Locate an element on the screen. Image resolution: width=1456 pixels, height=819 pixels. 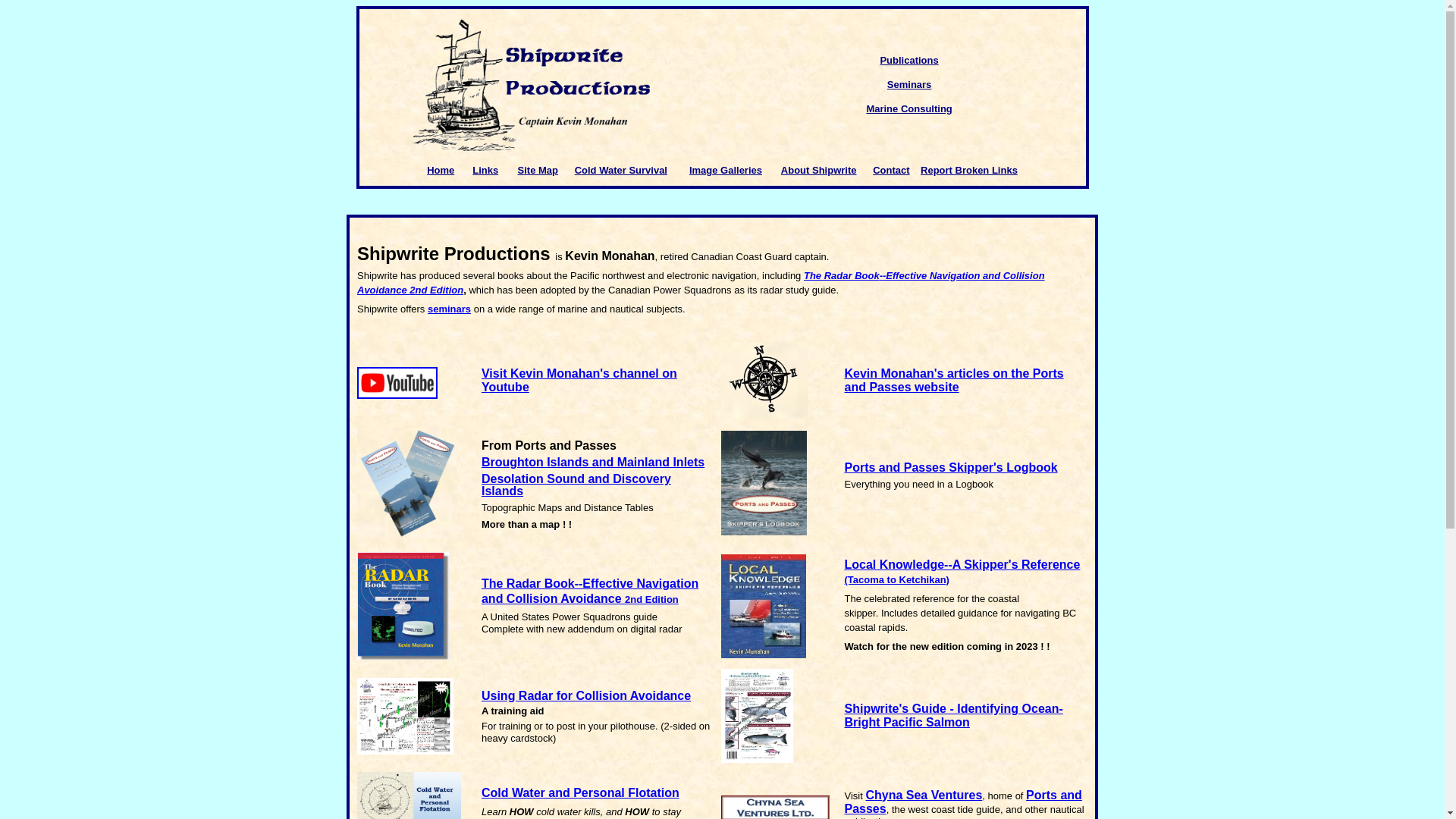
'About Shipwrite' is located at coordinates (818, 170).